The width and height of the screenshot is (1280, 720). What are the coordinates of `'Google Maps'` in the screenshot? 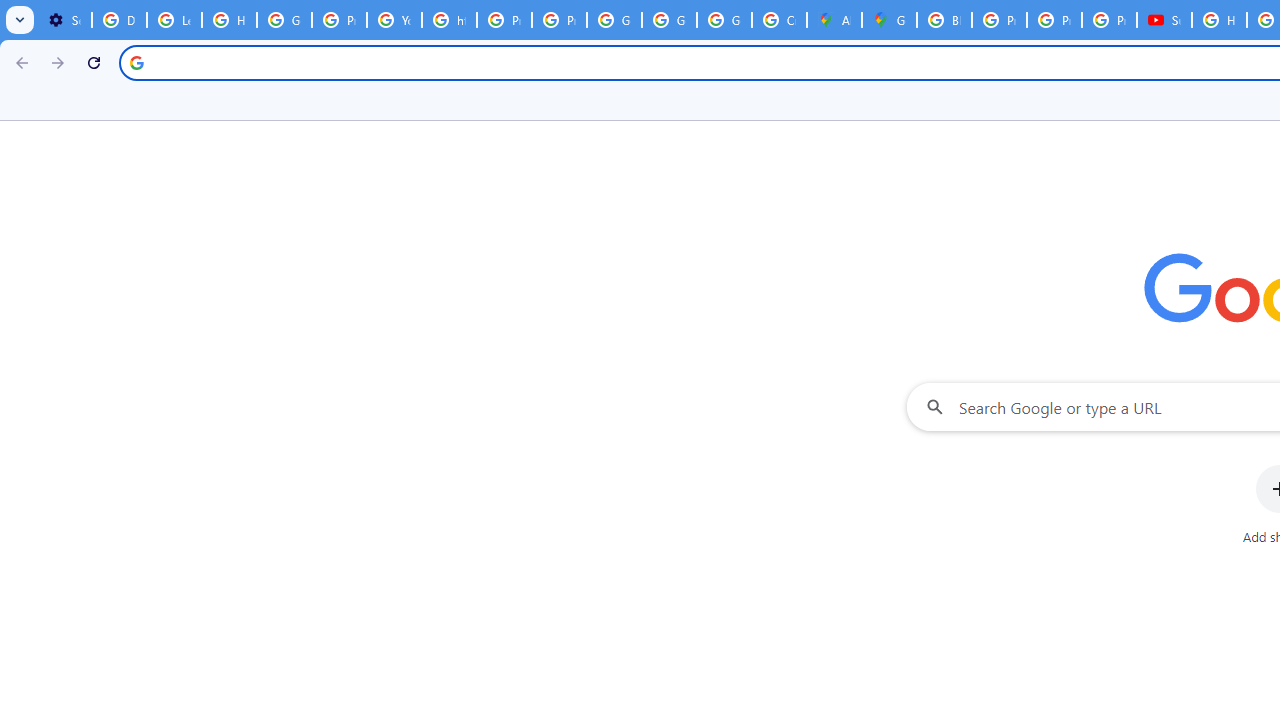 It's located at (887, 20).